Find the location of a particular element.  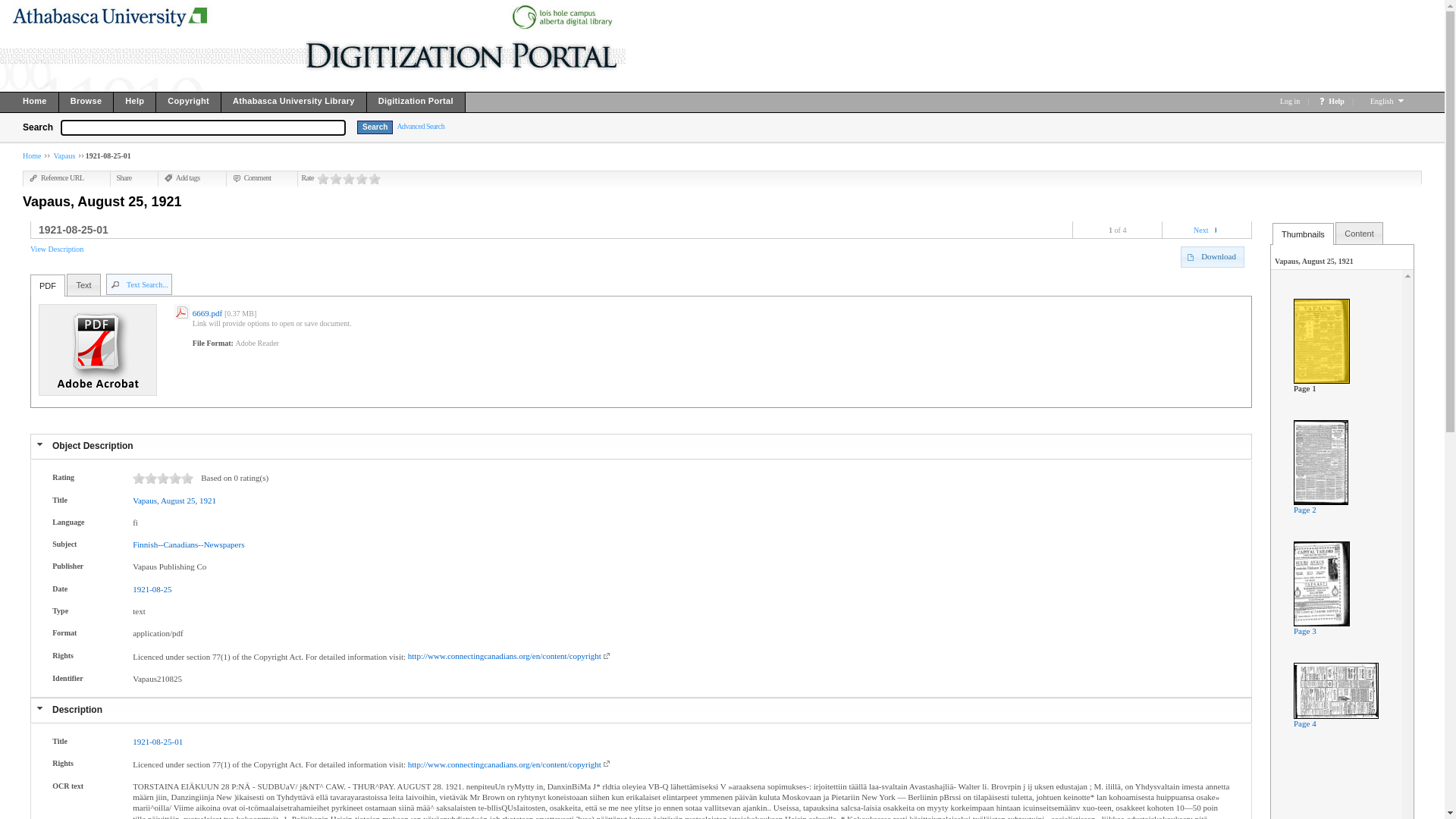

'Help' is located at coordinates (112, 103).